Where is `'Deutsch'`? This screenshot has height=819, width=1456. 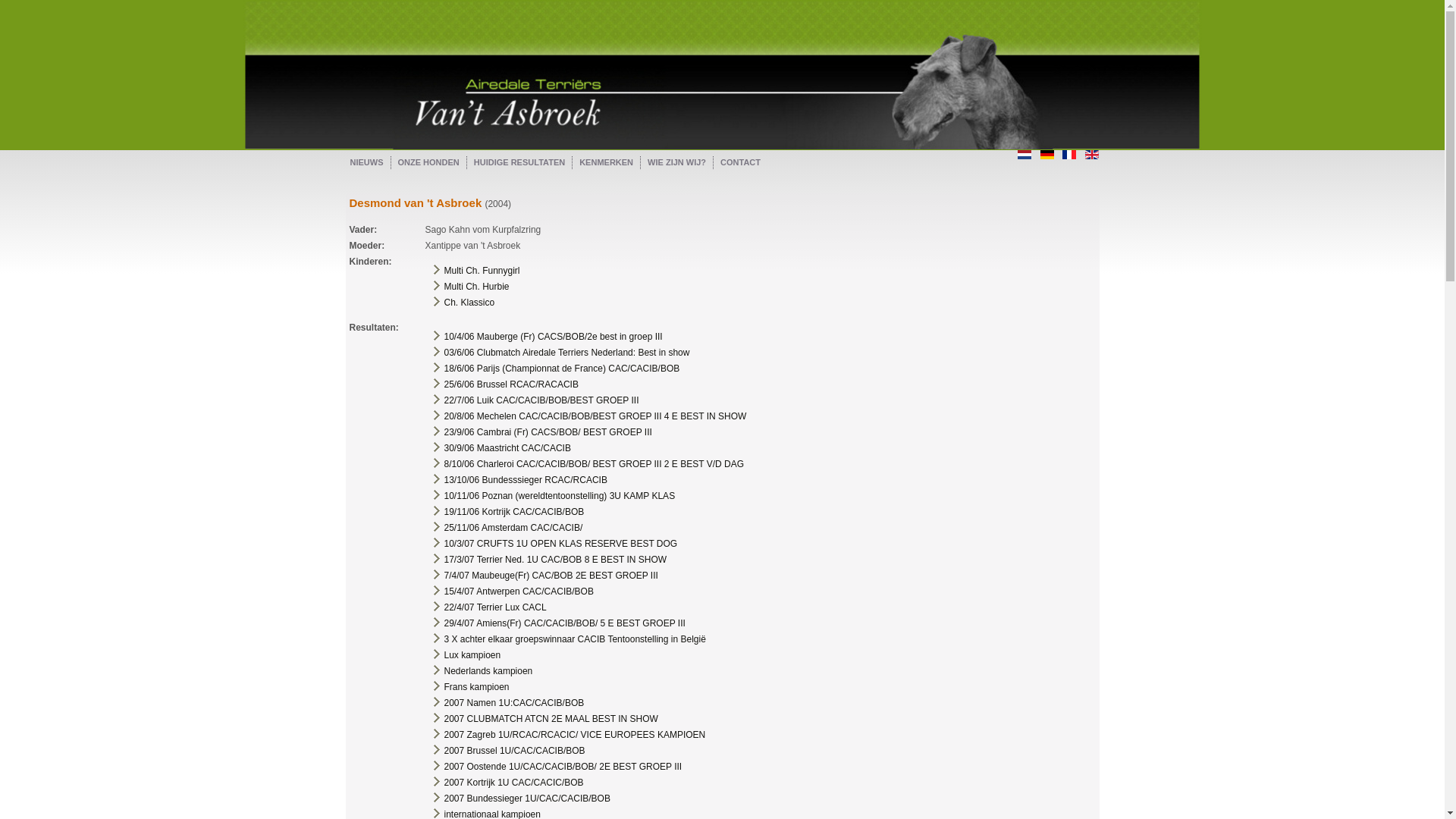 'Deutsch' is located at coordinates (1046, 155).